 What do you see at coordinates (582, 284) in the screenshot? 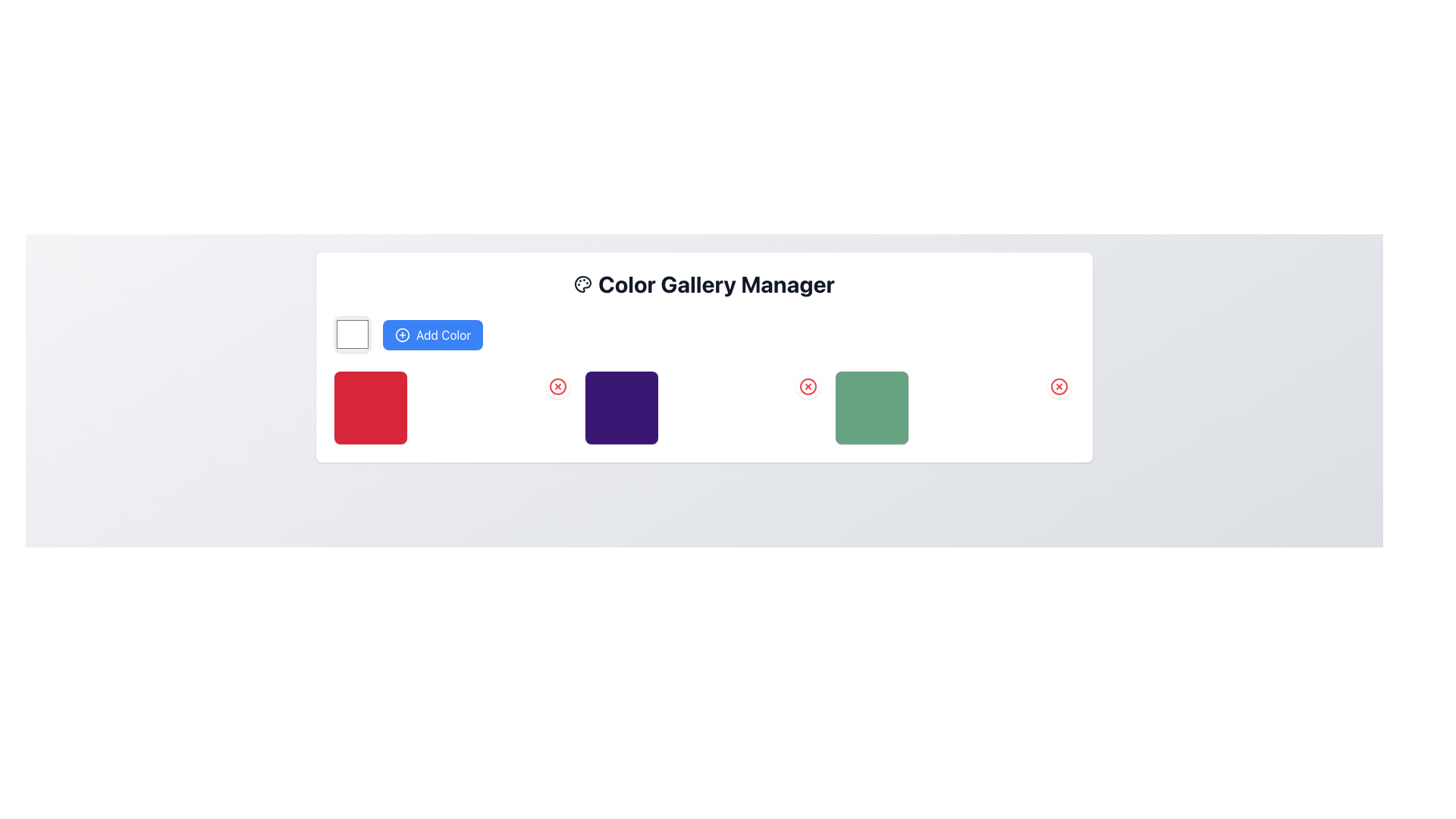
I see `the decorative icon representing color management, located to the left of the 'Color Gallery Manager' heading` at bounding box center [582, 284].